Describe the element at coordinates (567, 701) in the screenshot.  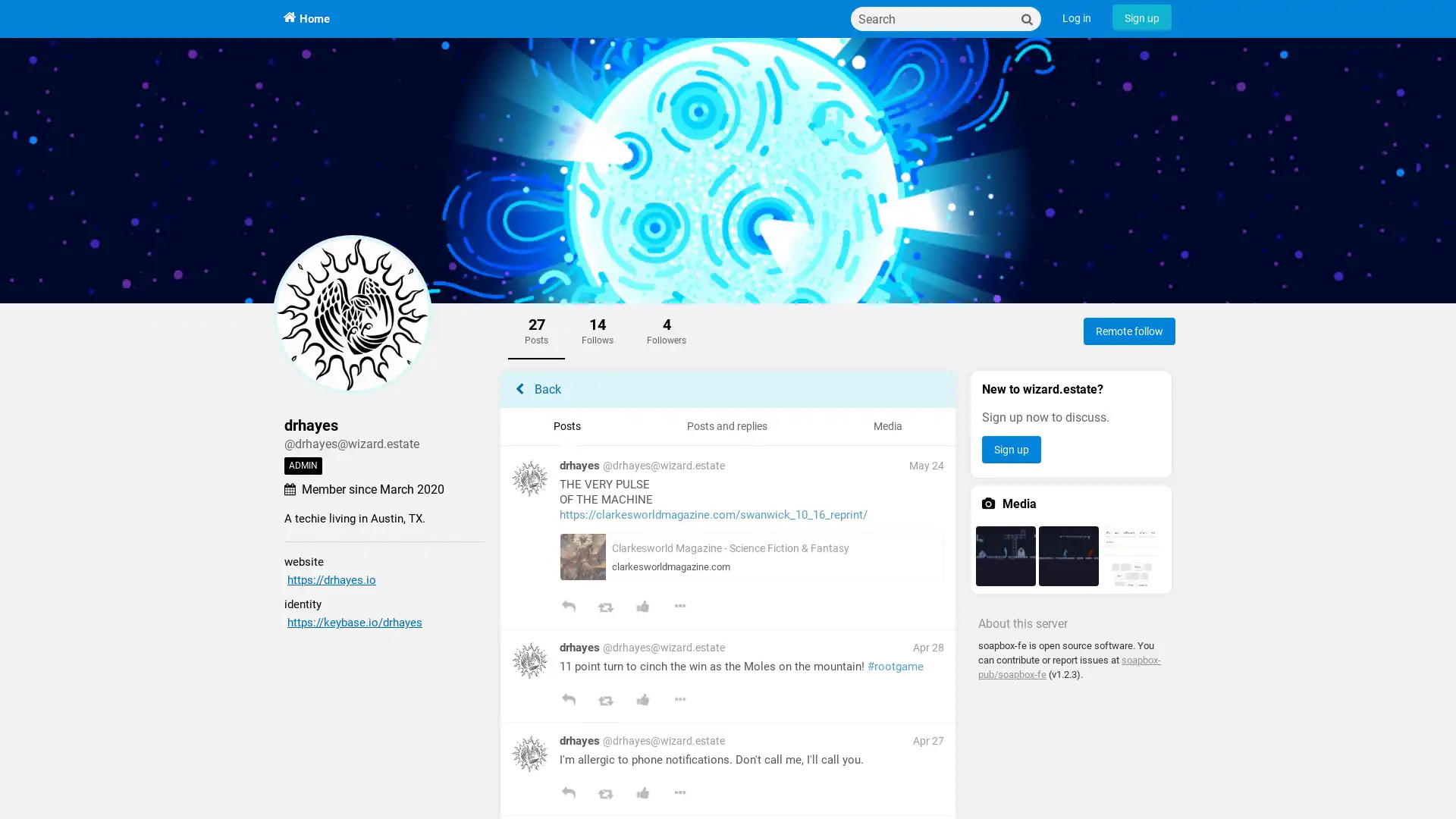
I see `Reply` at that location.